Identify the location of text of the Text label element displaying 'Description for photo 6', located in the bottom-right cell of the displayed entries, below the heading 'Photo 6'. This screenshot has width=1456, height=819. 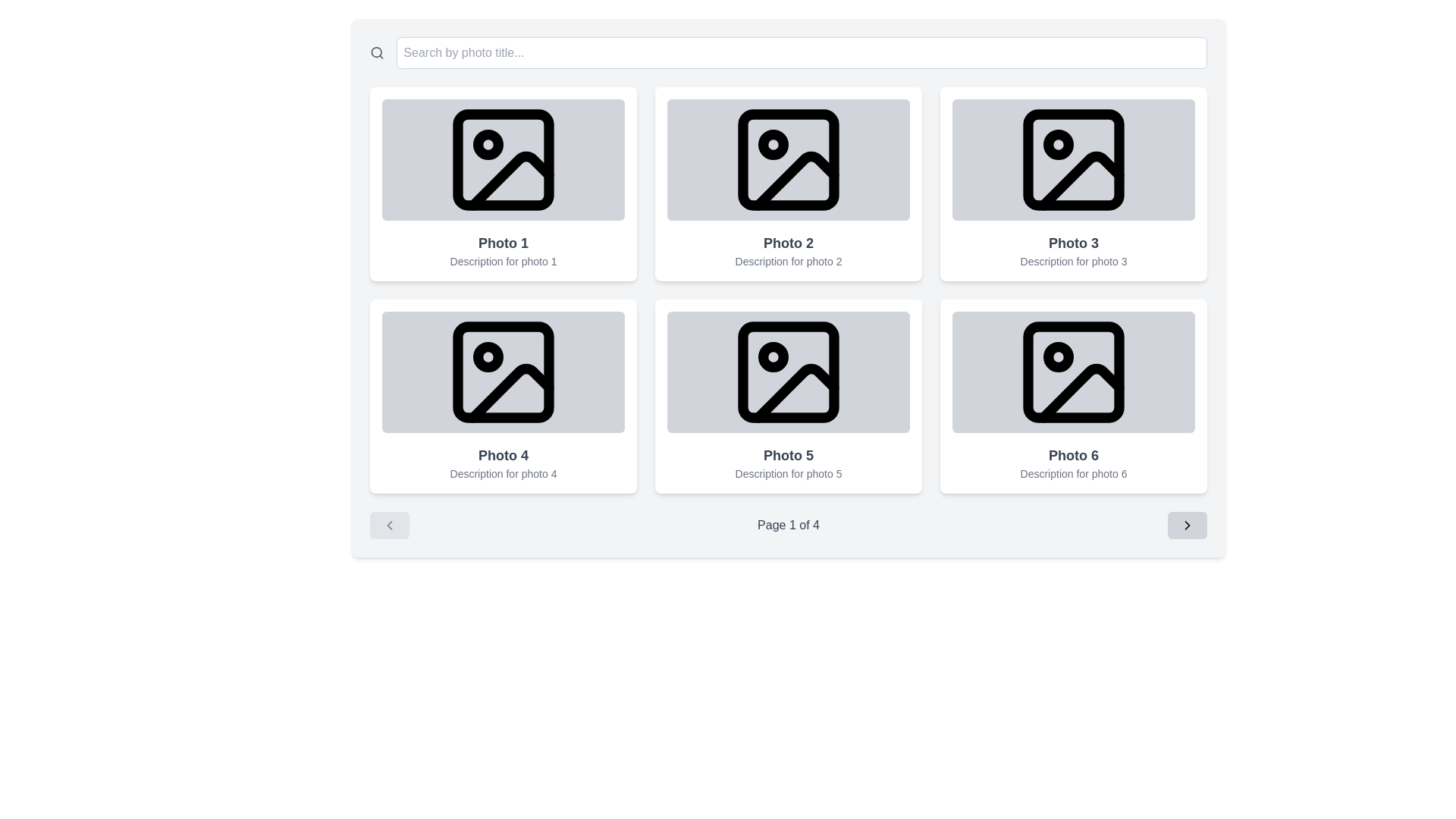
(1073, 472).